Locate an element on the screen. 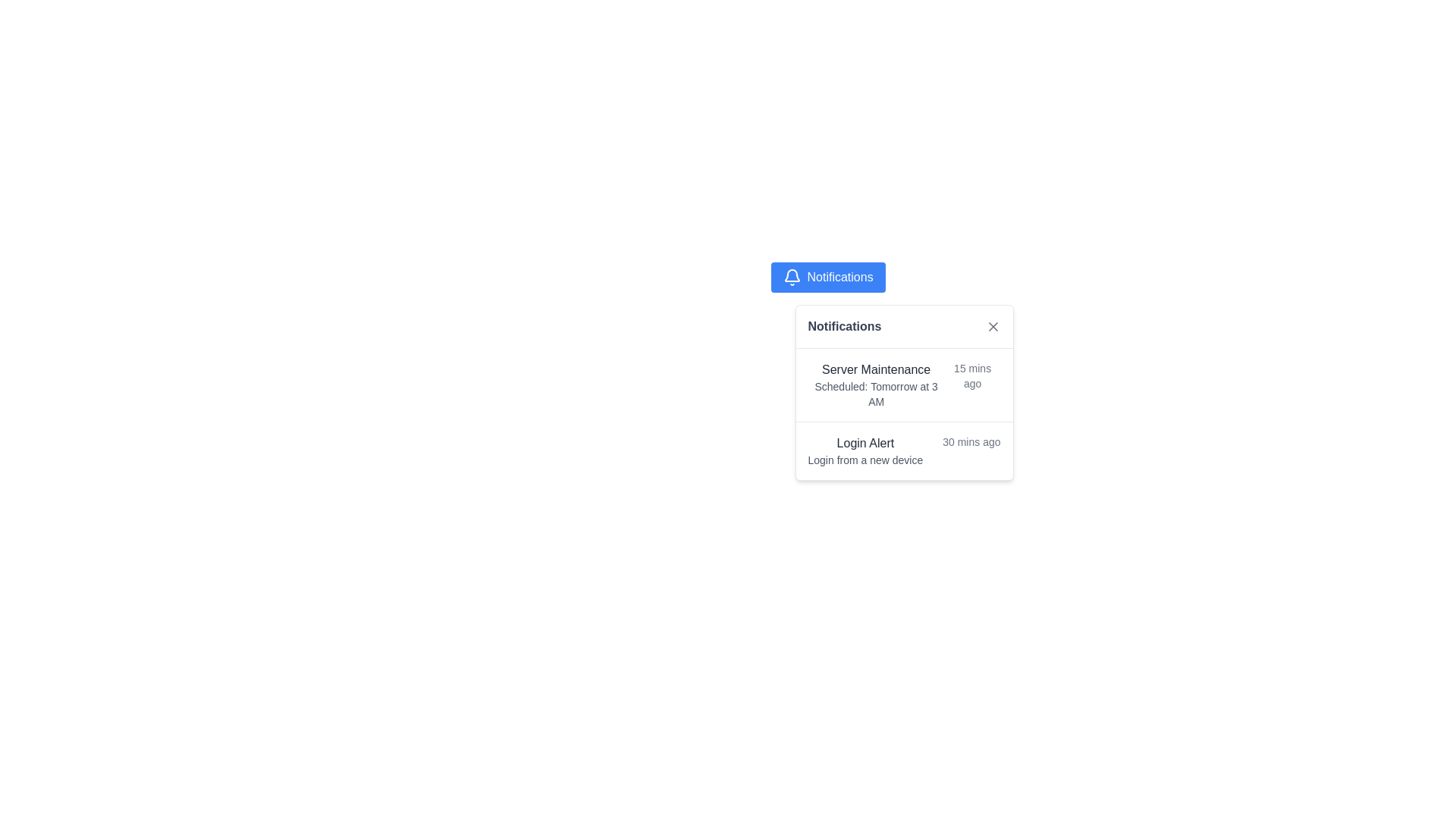  contents of the text label displaying 'Server Maintenance', which is styled with a medium weight font and dark gray color, located near the top-left corner of the notifications panel is located at coordinates (876, 370).